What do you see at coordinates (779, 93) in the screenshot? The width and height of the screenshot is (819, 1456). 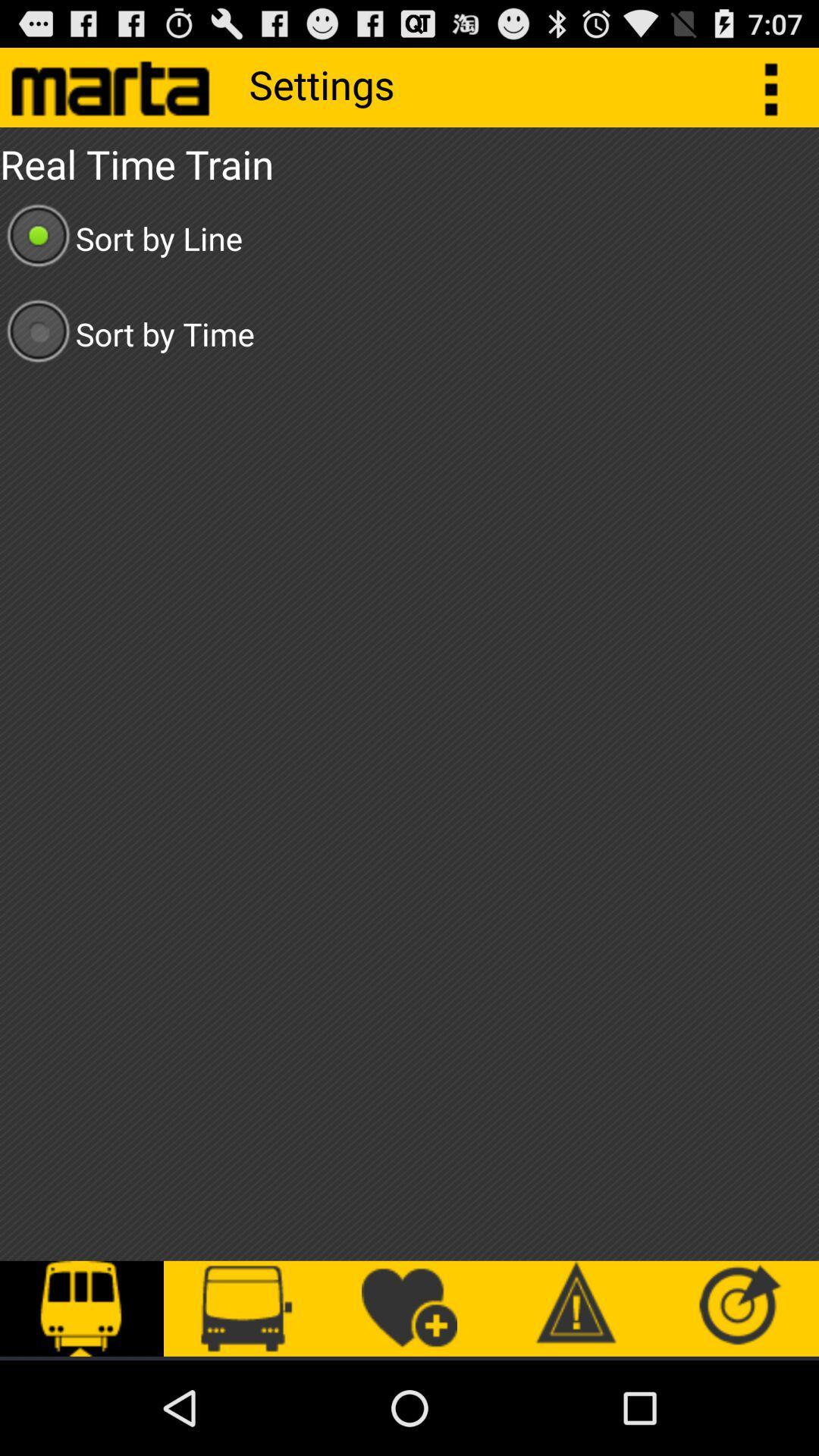 I see `the more icon` at bounding box center [779, 93].